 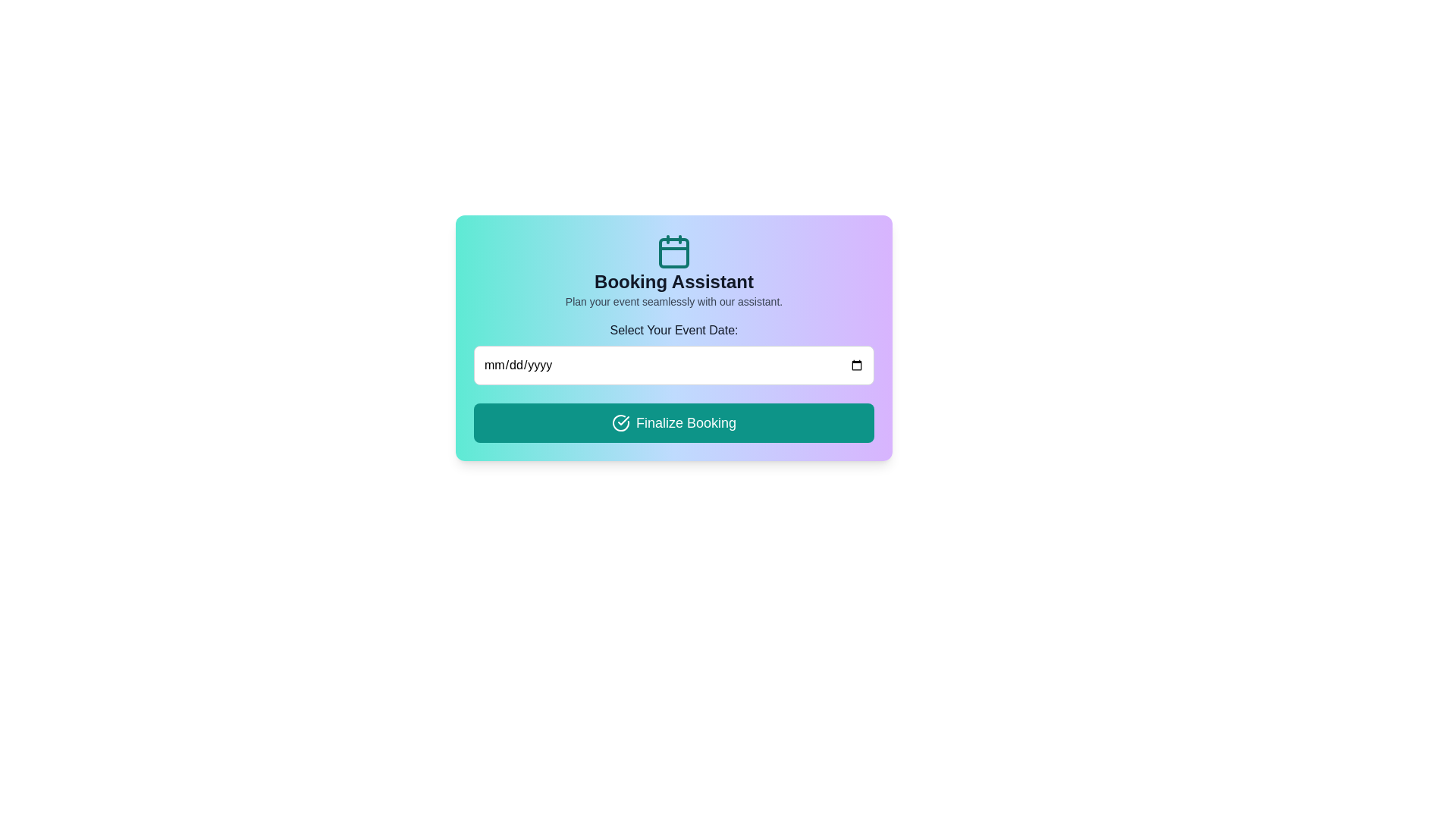 What do you see at coordinates (673, 301) in the screenshot?
I see `the label displaying the message 'Plan your event seamlessly with our assistant.' positioned beneath the 'Booking Assistant' header` at bounding box center [673, 301].